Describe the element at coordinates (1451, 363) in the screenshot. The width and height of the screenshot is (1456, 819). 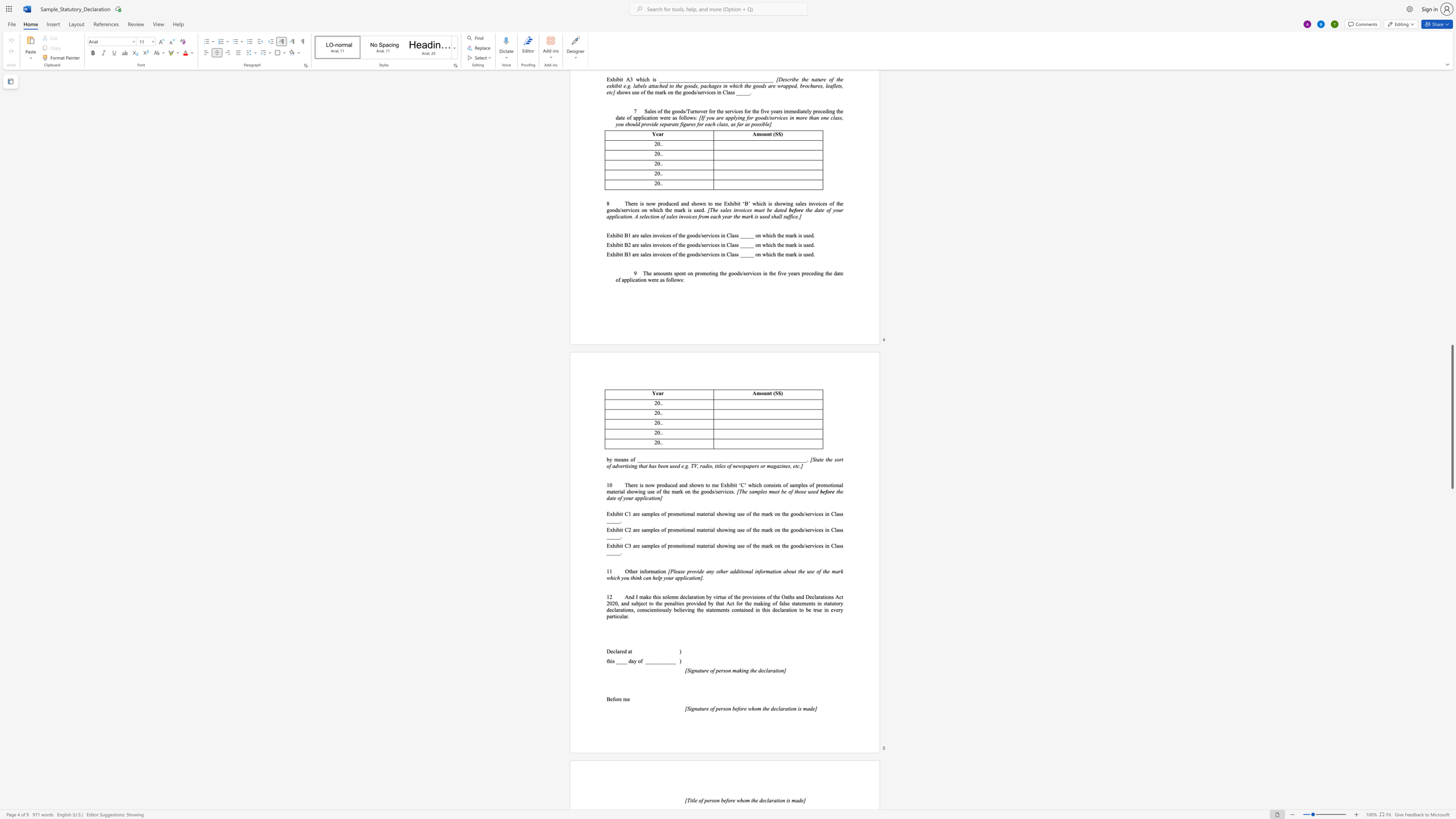
I see `the scrollbar to move the page upward` at that location.